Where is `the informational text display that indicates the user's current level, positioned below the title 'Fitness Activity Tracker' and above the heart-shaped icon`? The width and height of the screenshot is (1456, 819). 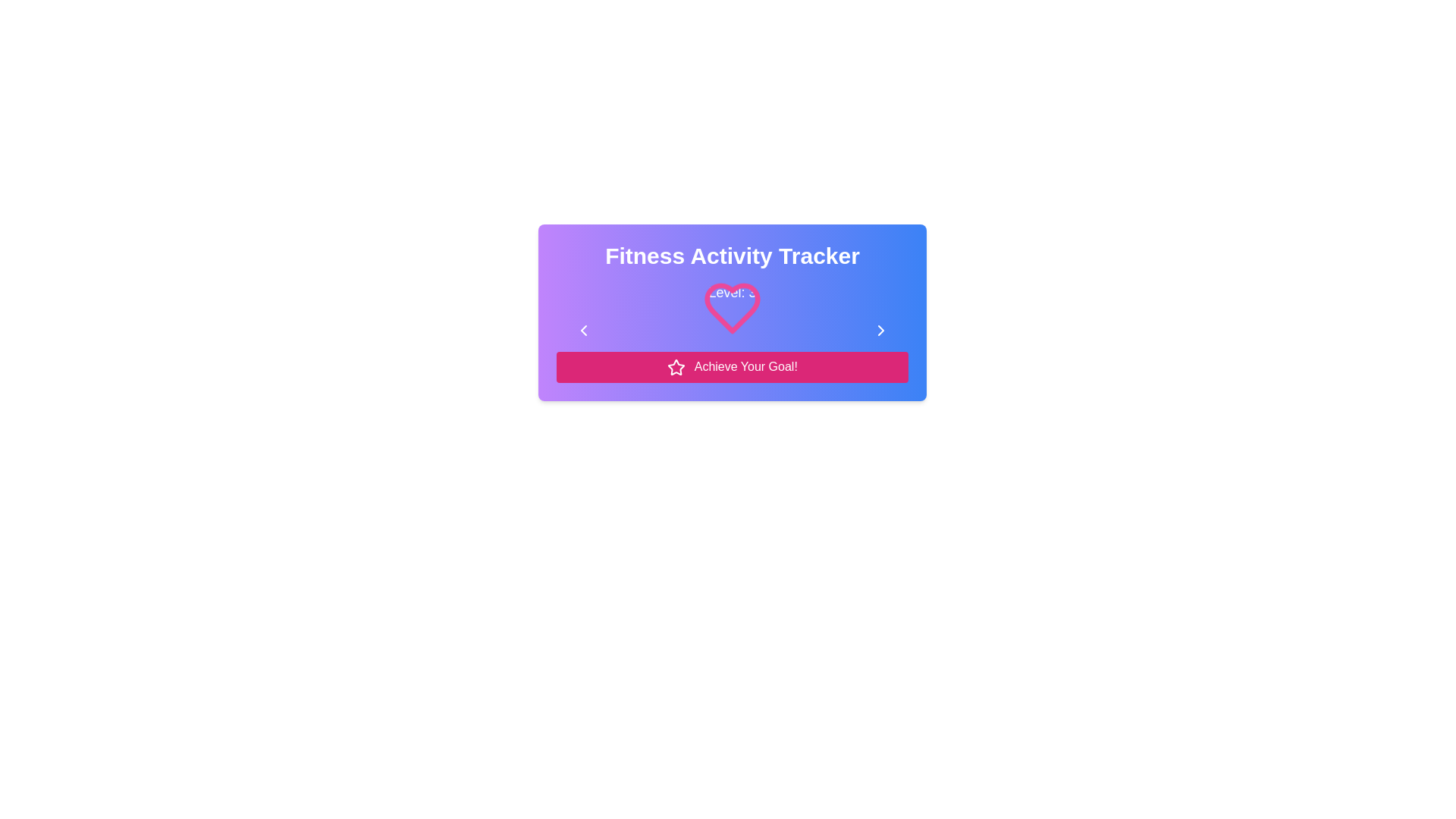 the informational text display that indicates the user's current level, positioned below the title 'Fitness Activity Tracker' and above the heart-shaped icon is located at coordinates (732, 292).